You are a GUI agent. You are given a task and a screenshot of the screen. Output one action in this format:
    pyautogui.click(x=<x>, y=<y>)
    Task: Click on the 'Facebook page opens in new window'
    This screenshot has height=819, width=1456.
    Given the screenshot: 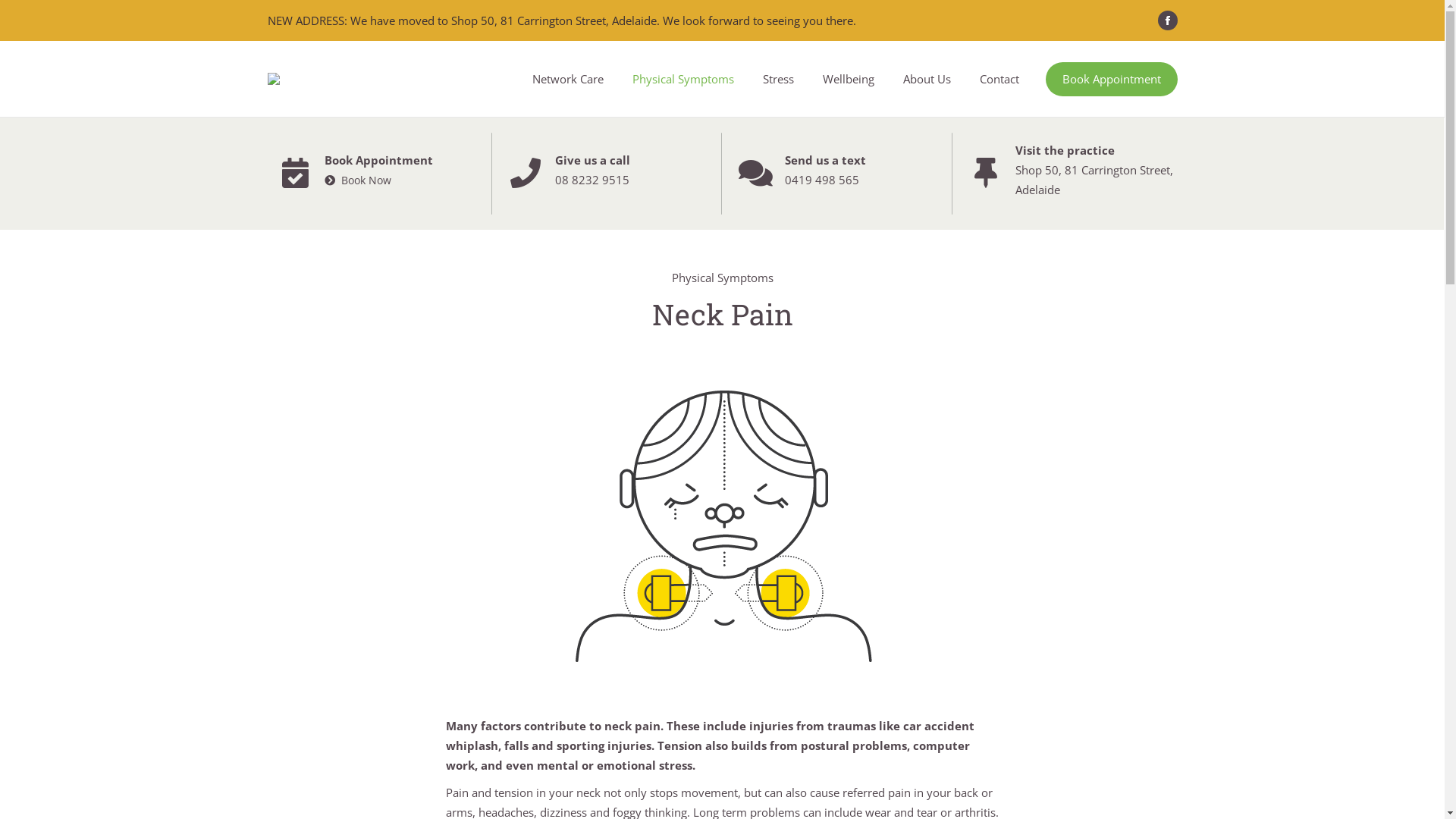 What is the action you would take?
    pyautogui.click(x=1156, y=20)
    